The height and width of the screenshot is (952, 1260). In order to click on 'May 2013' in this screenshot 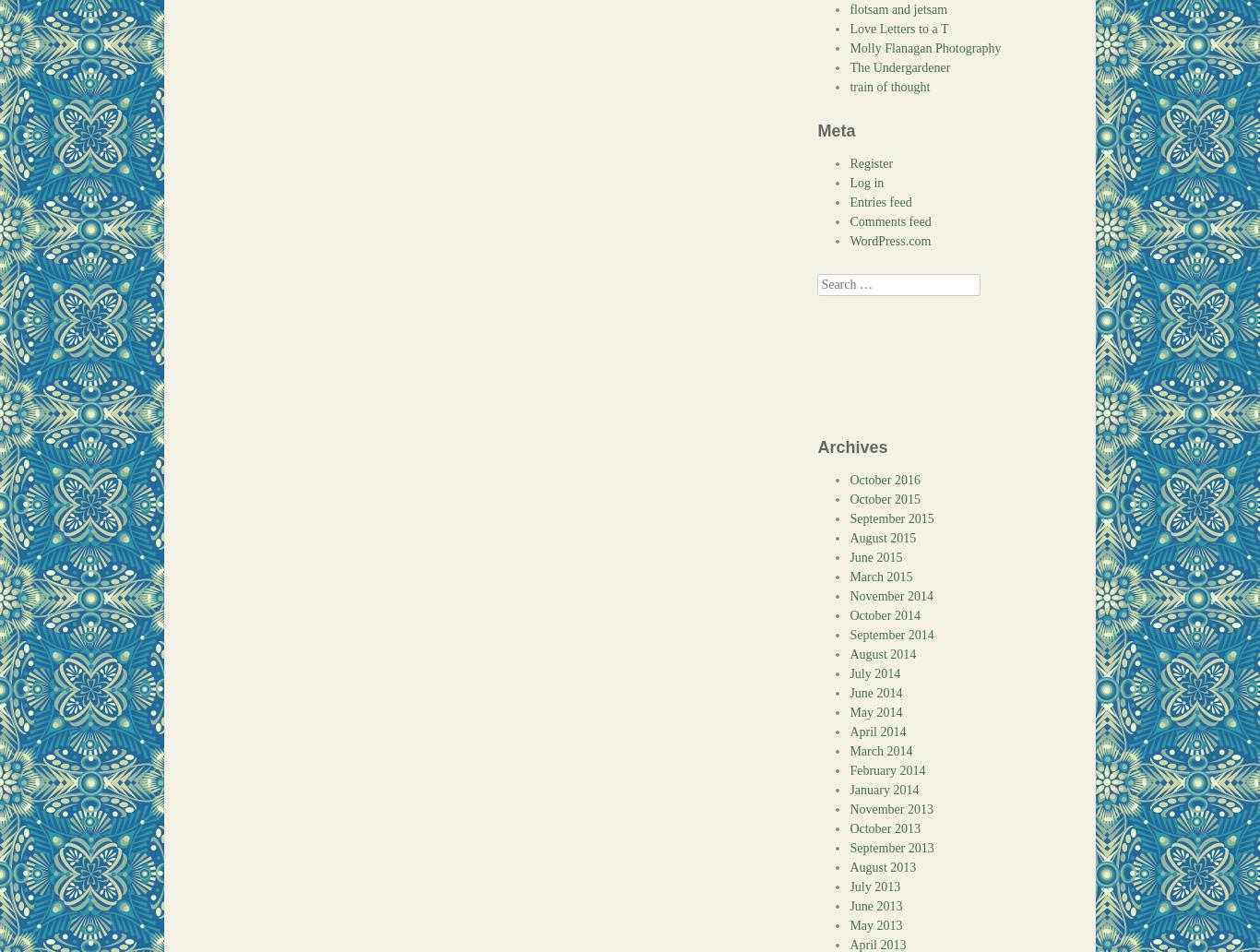, I will do `click(875, 924)`.